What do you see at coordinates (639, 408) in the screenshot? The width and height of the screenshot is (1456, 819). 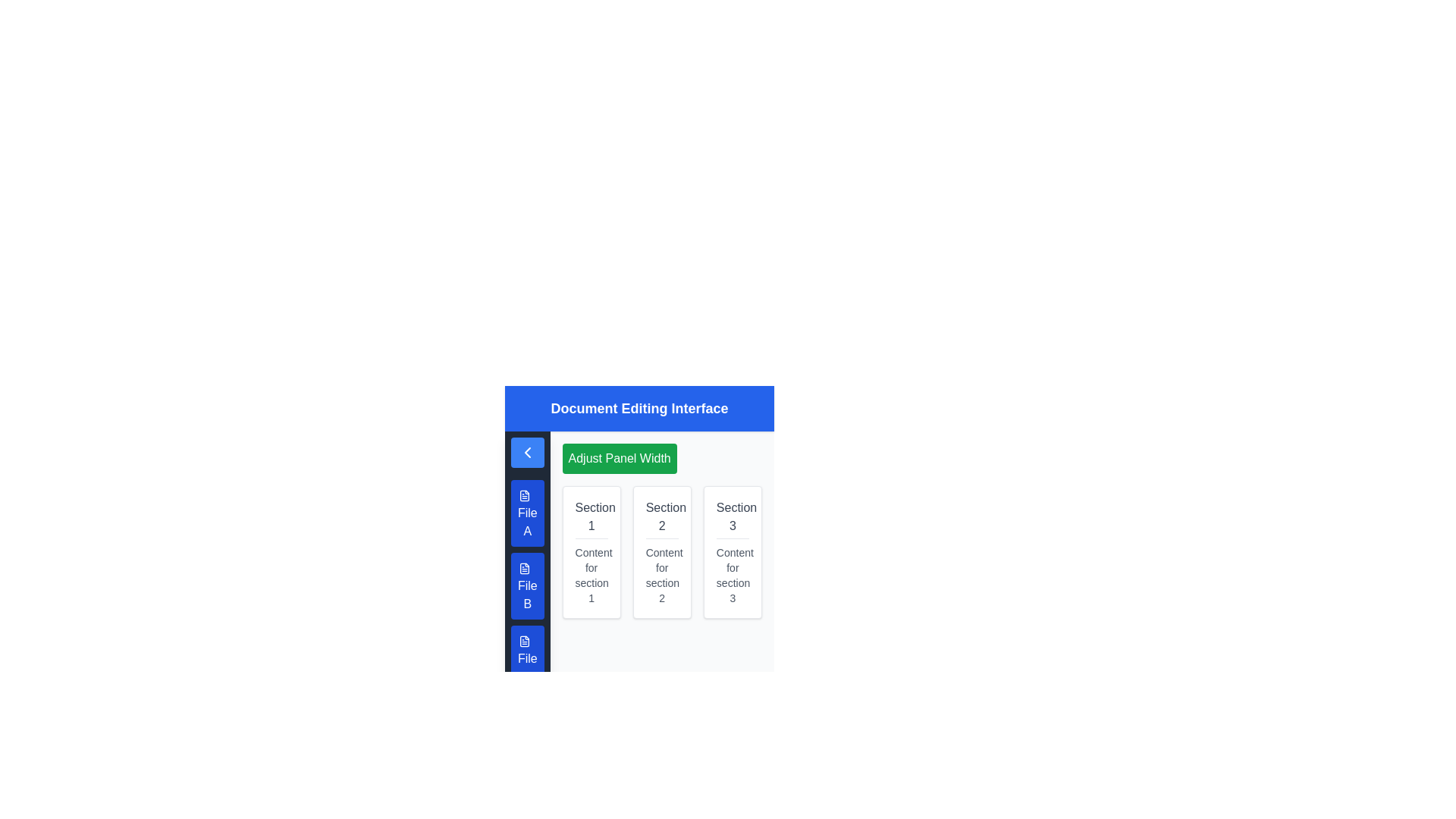 I see `the vibrant blue banner labeled 'Document Editing Interface' at the top of the interface layout` at bounding box center [639, 408].